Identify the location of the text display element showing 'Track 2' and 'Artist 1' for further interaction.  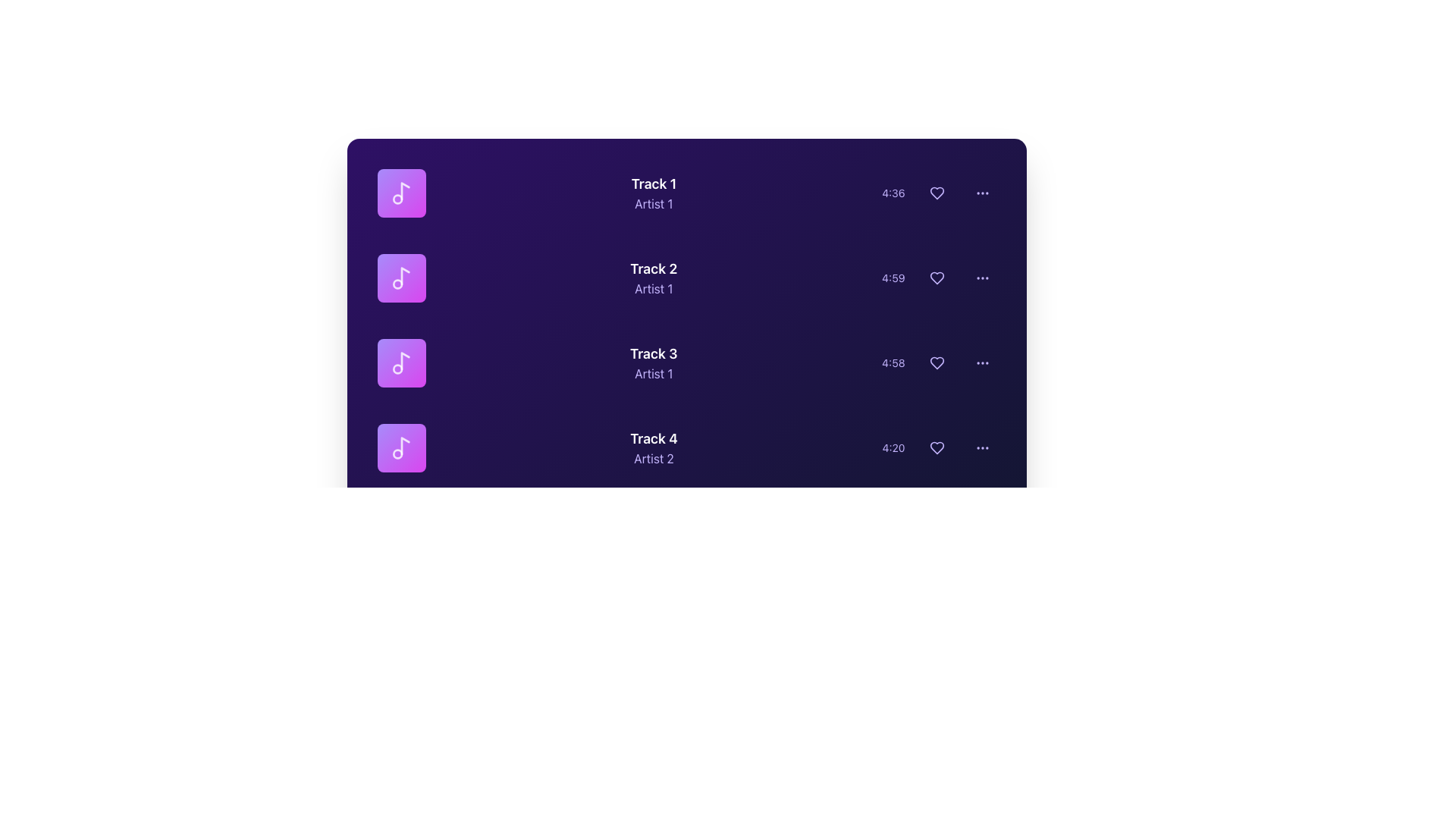
(654, 278).